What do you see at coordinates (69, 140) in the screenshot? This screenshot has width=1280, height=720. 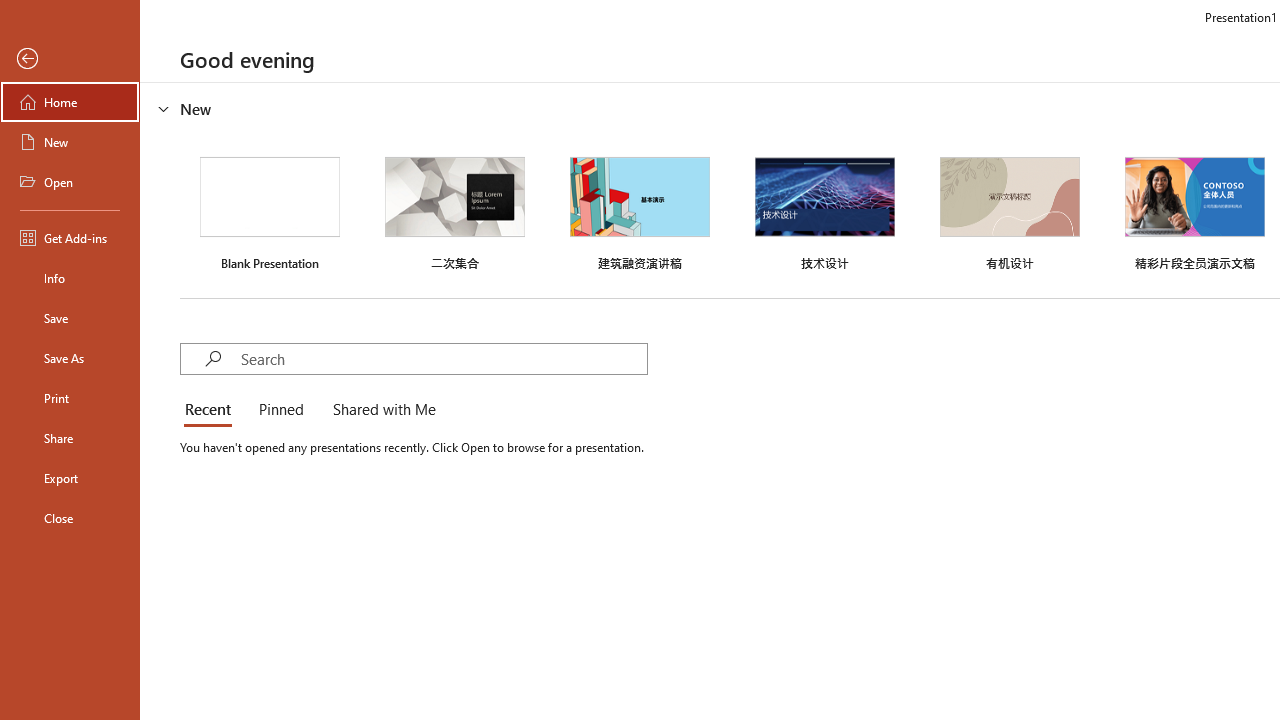 I see `'New'` at bounding box center [69, 140].